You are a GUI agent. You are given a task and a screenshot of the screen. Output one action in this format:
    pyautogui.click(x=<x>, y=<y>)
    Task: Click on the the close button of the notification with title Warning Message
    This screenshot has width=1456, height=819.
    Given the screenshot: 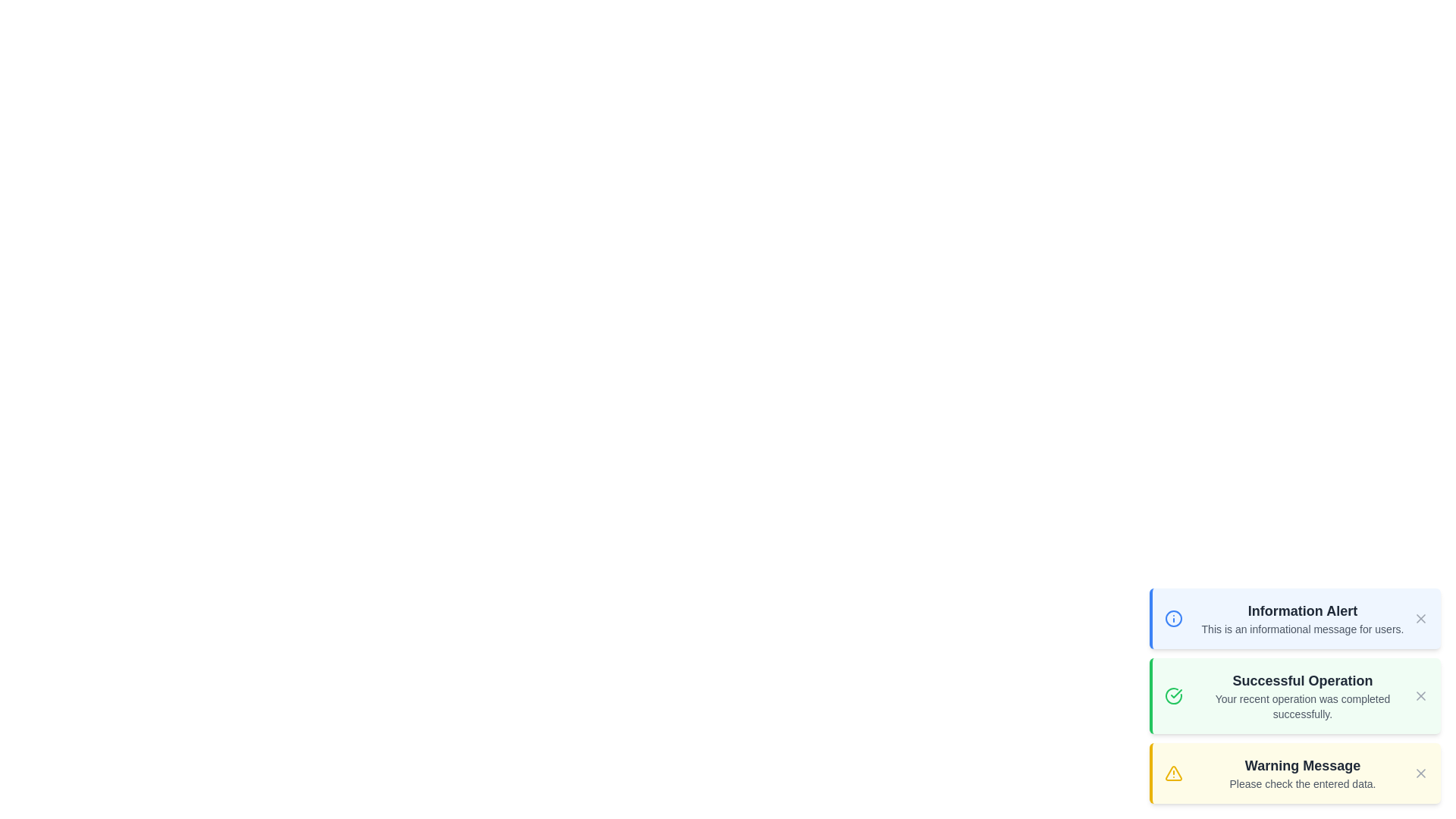 What is the action you would take?
    pyautogui.click(x=1420, y=773)
    